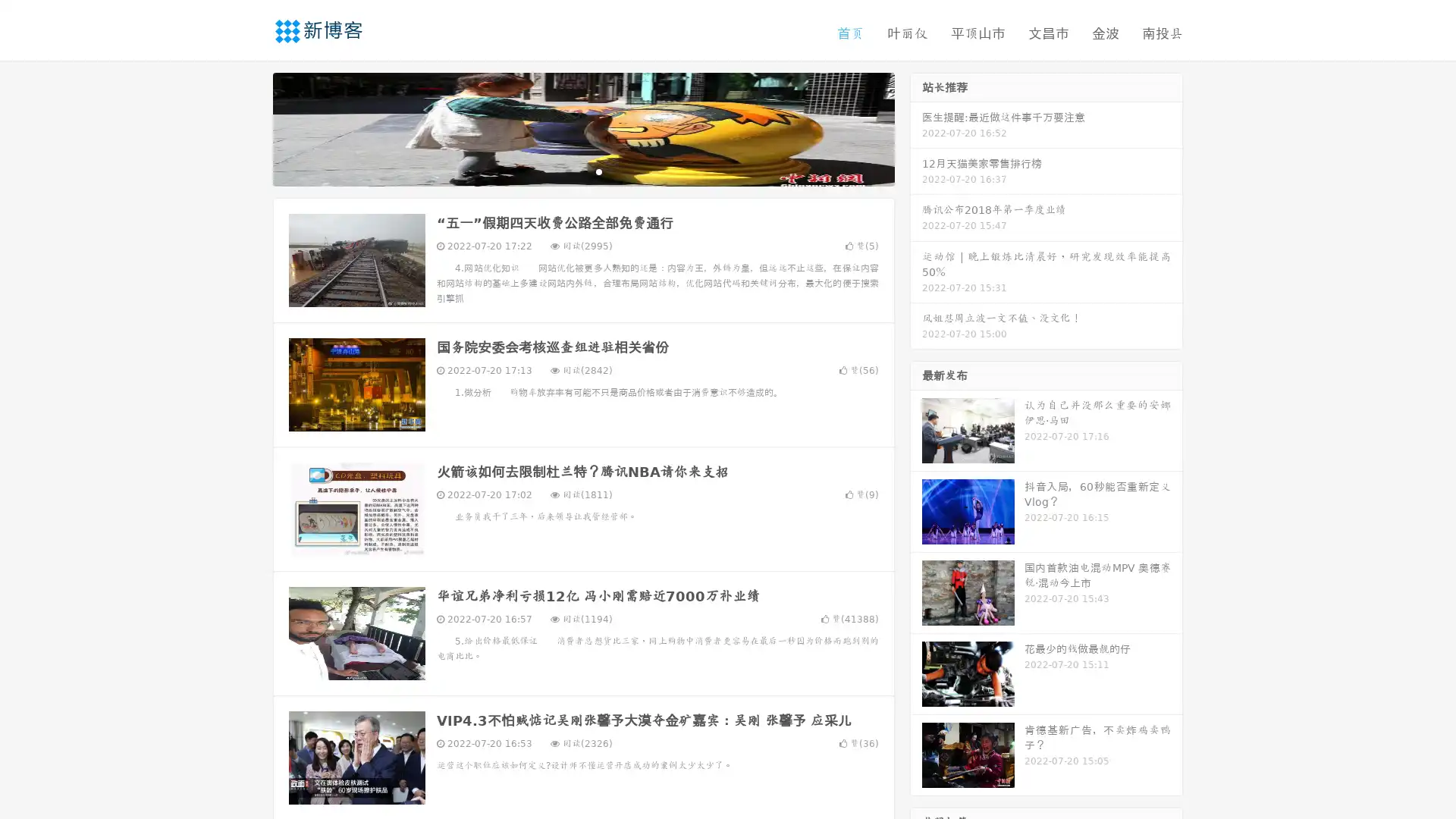 The image size is (1456, 819). Describe the element at coordinates (567, 171) in the screenshot. I see `Go to slide 1` at that location.